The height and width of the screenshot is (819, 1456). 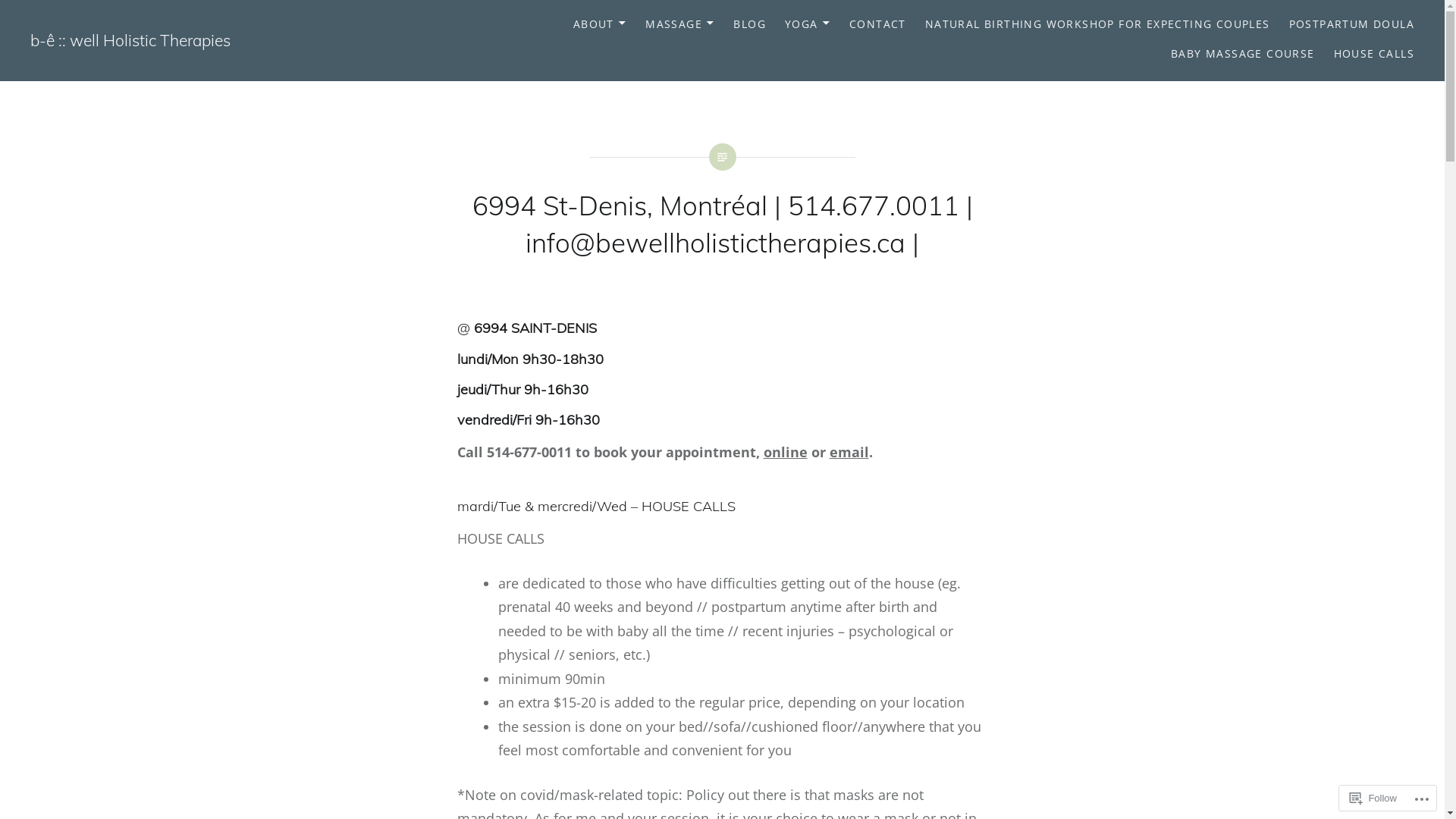 What do you see at coordinates (1373, 53) in the screenshot?
I see `'HOUSE CALLS'` at bounding box center [1373, 53].